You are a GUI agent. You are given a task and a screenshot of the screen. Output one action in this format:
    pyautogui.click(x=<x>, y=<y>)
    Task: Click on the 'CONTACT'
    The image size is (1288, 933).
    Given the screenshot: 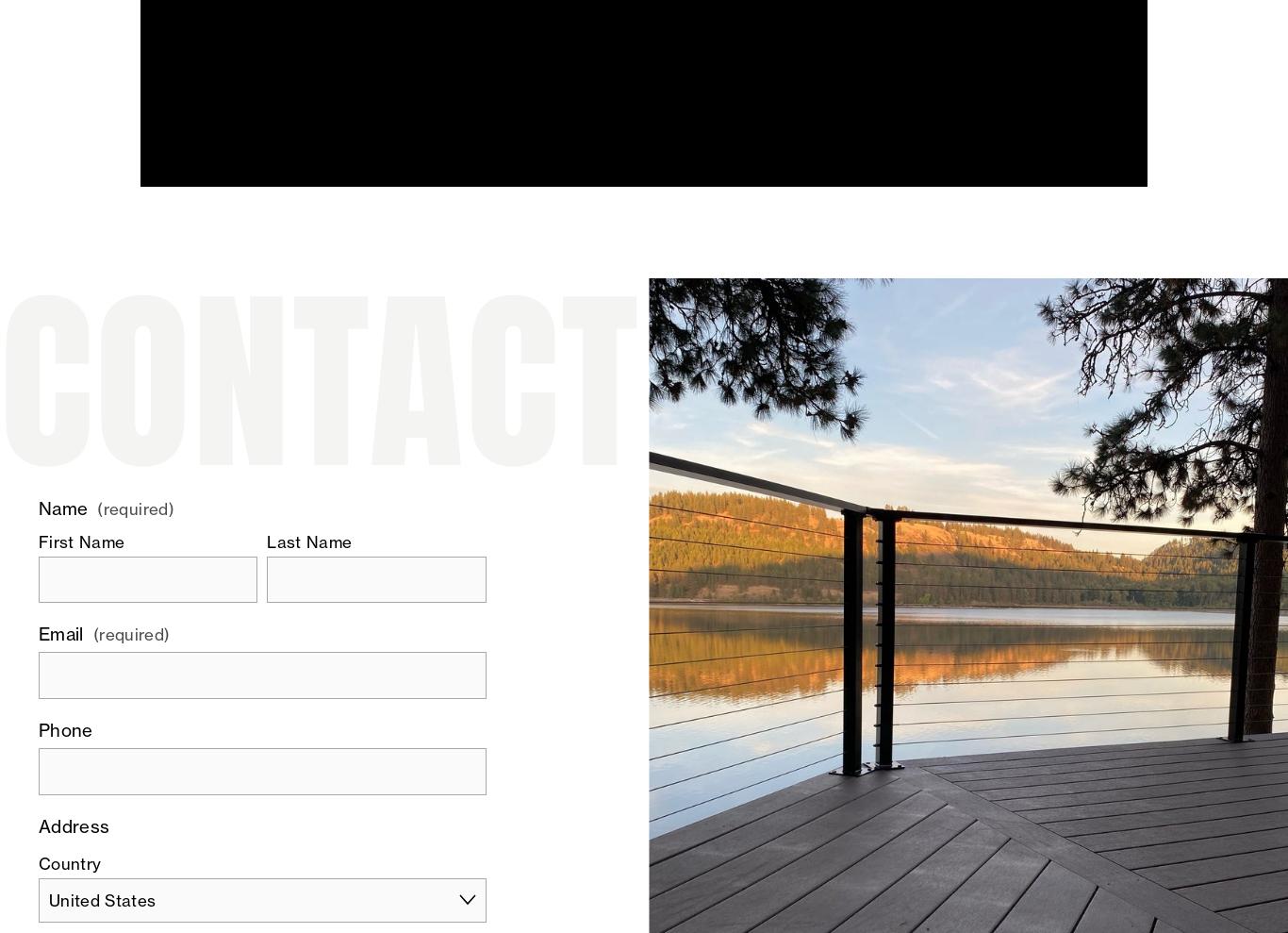 What is the action you would take?
    pyautogui.click(x=320, y=380)
    